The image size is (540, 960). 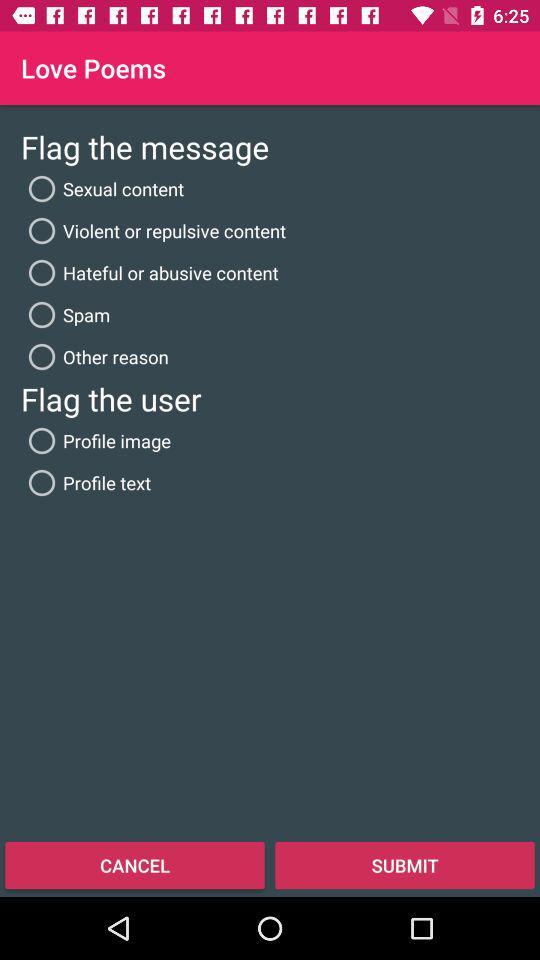 I want to click on the sexual content icon, so click(x=102, y=189).